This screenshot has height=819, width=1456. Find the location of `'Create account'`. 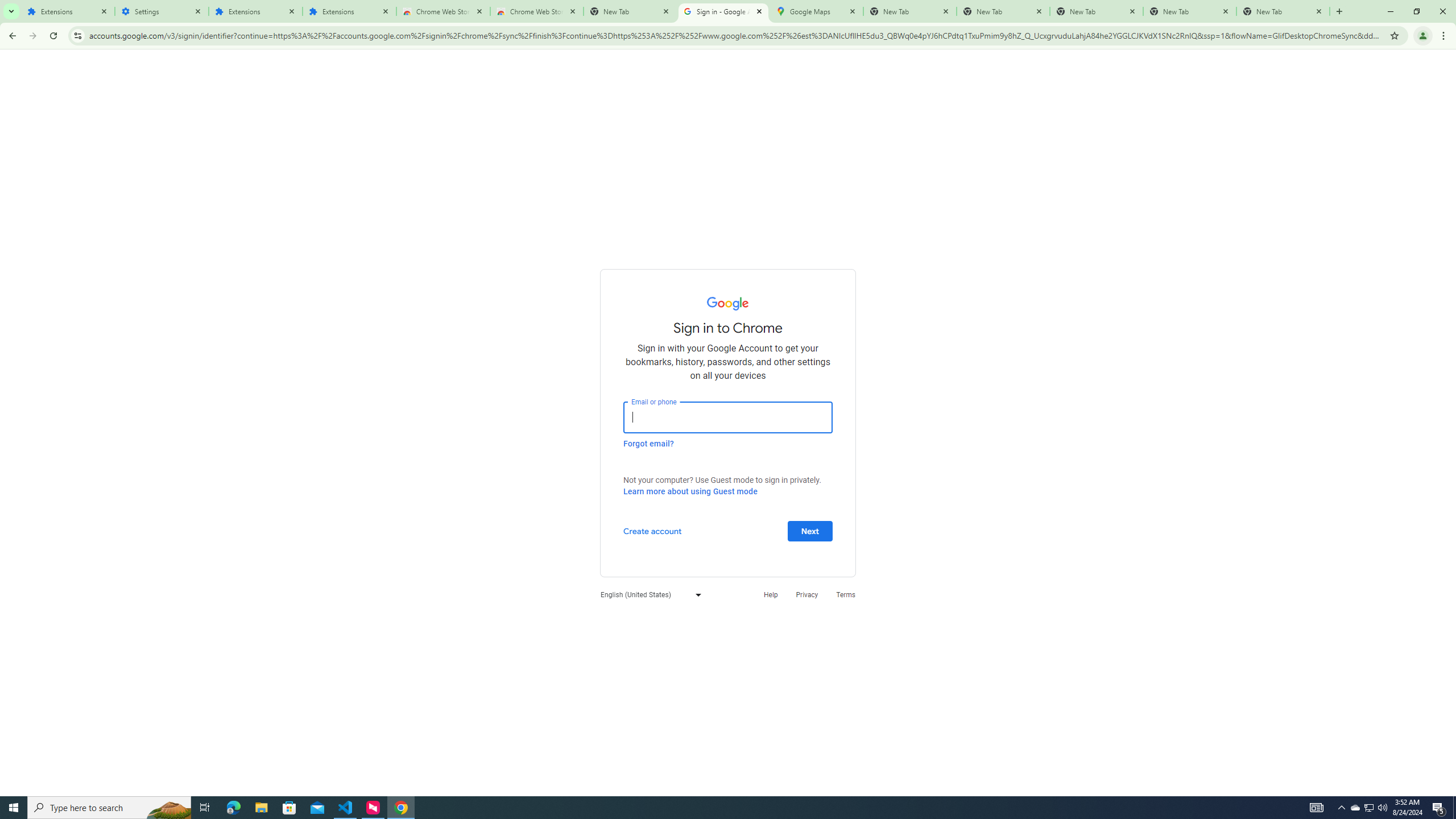

'Create account' is located at coordinates (651, 530).